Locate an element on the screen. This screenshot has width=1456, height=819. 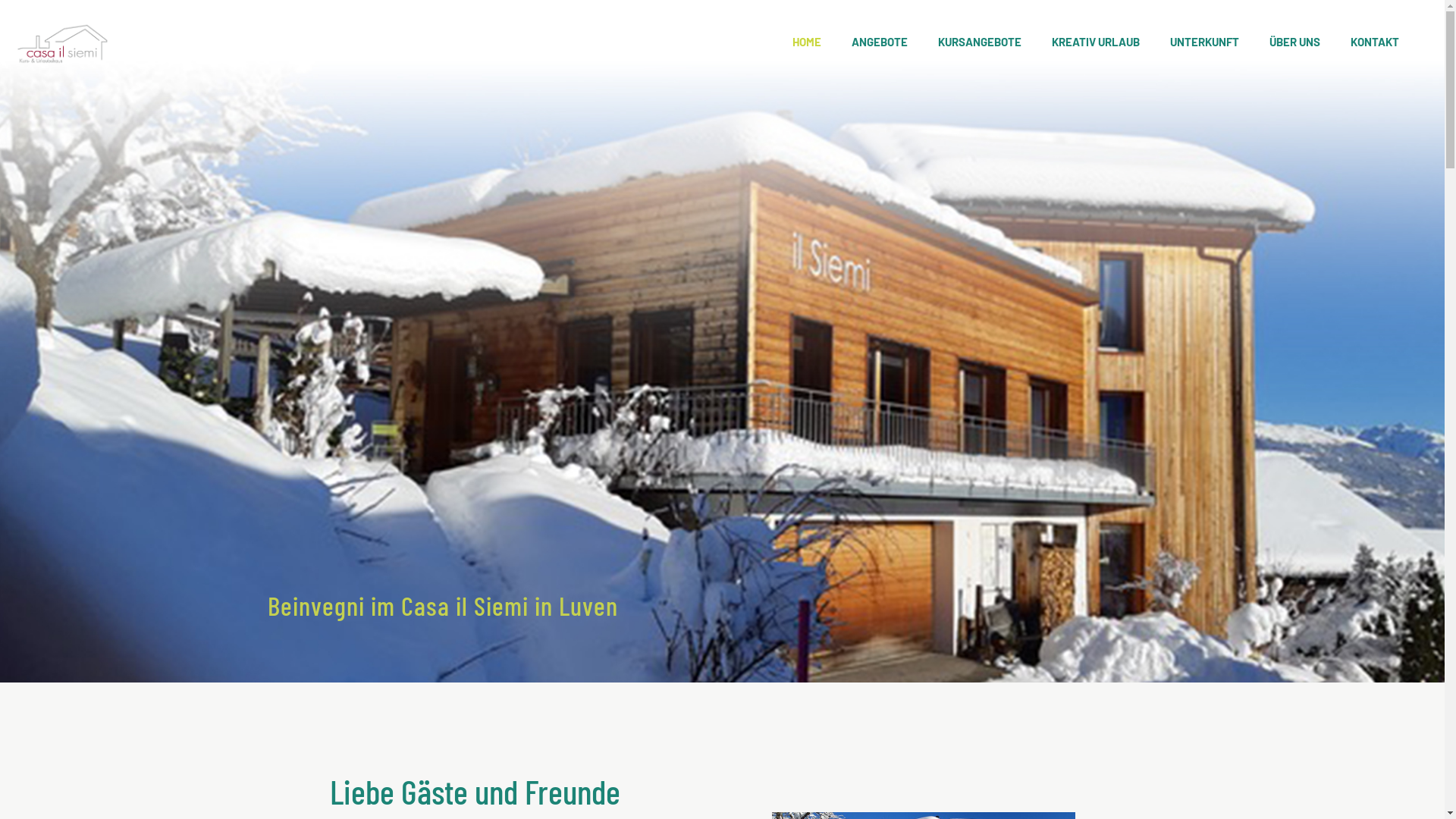
'ANGEBOTE' is located at coordinates (880, 40).